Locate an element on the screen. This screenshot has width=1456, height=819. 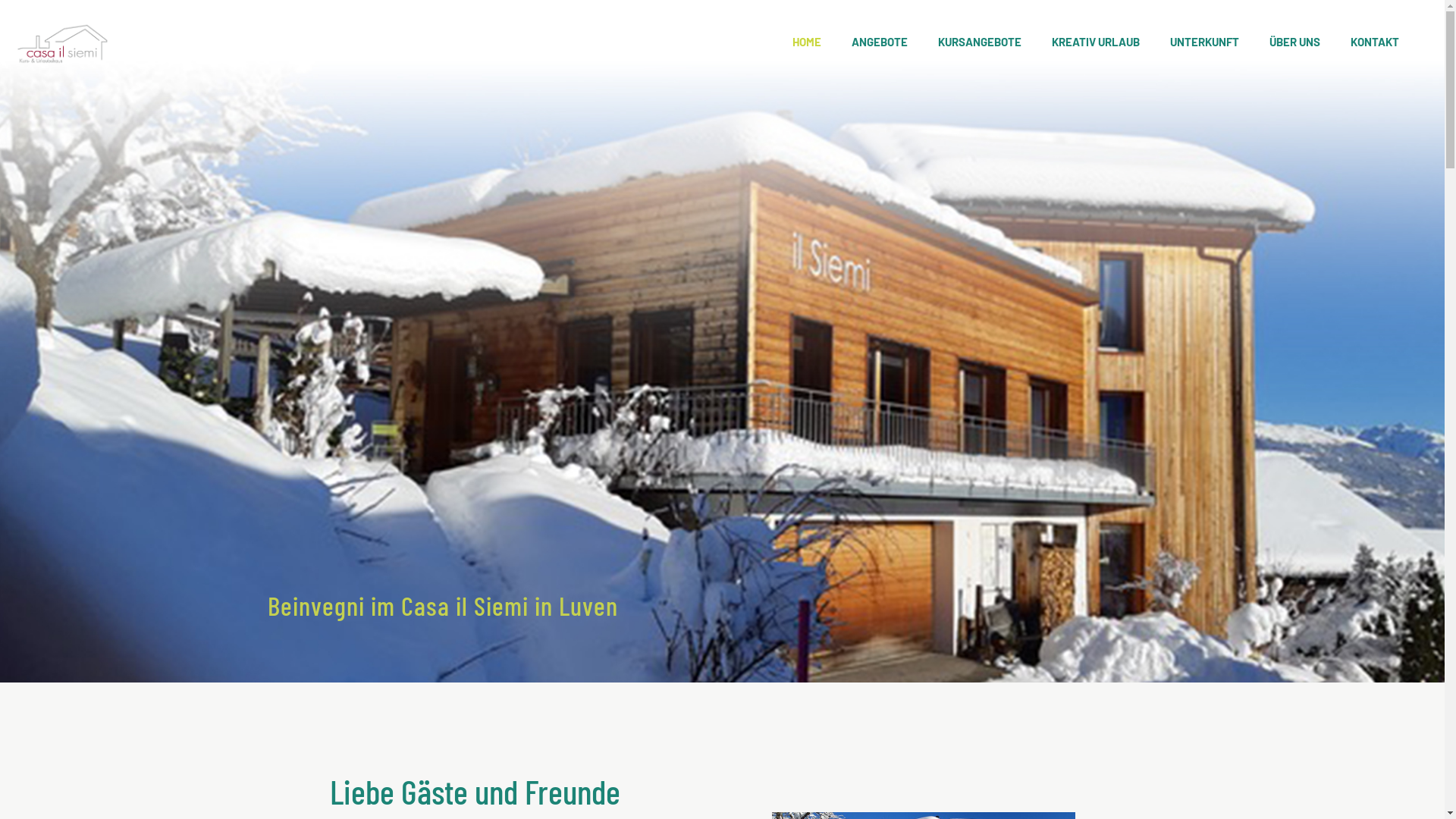
'ANGEBOTE' is located at coordinates (880, 40).